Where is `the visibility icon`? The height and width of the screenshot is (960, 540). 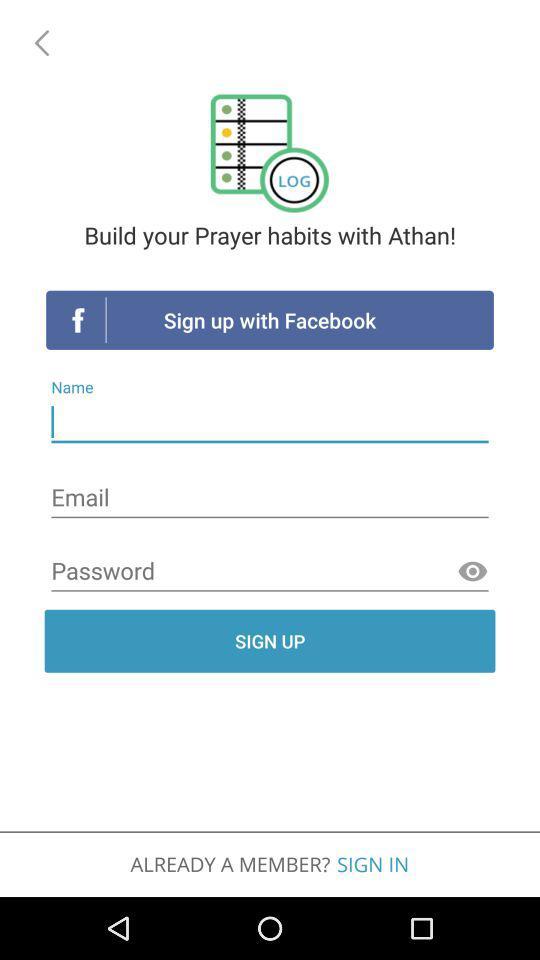 the visibility icon is located at coordinates (472, 572).